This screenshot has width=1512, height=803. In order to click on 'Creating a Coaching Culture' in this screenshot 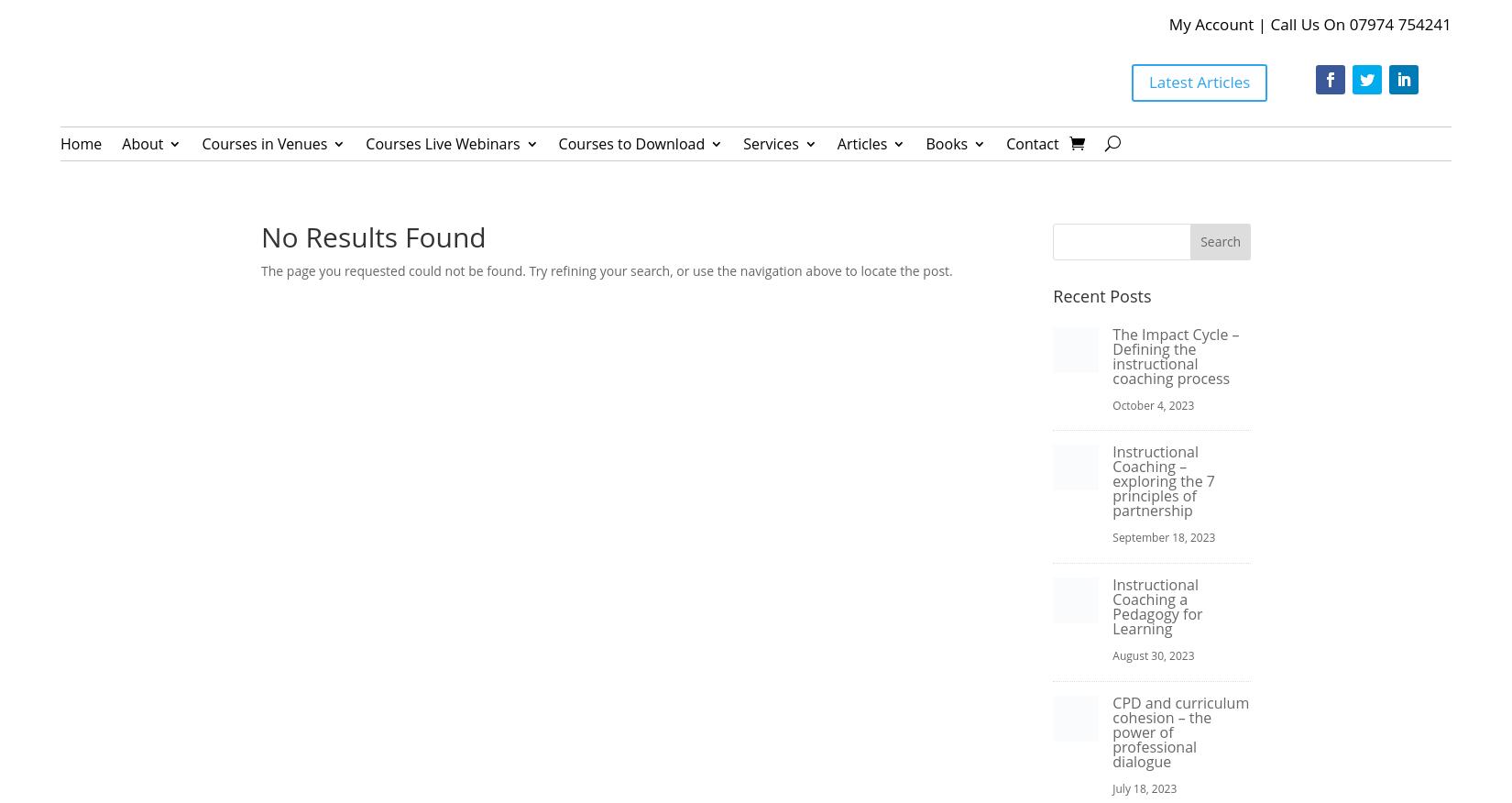, I will do `click(212, 244)`.